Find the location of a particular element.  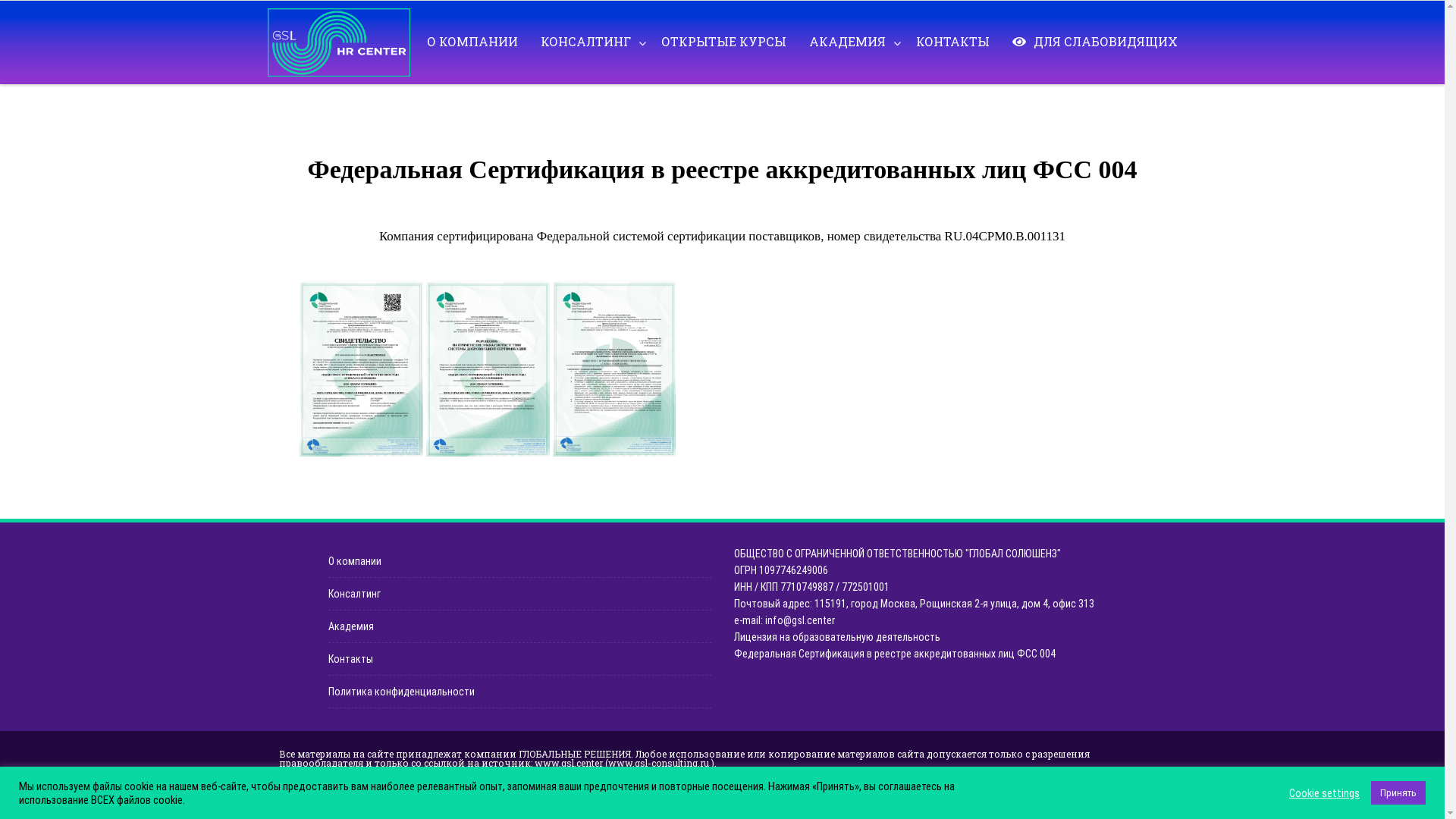

'Cookie settings' is located at coordinates (1323, 792).